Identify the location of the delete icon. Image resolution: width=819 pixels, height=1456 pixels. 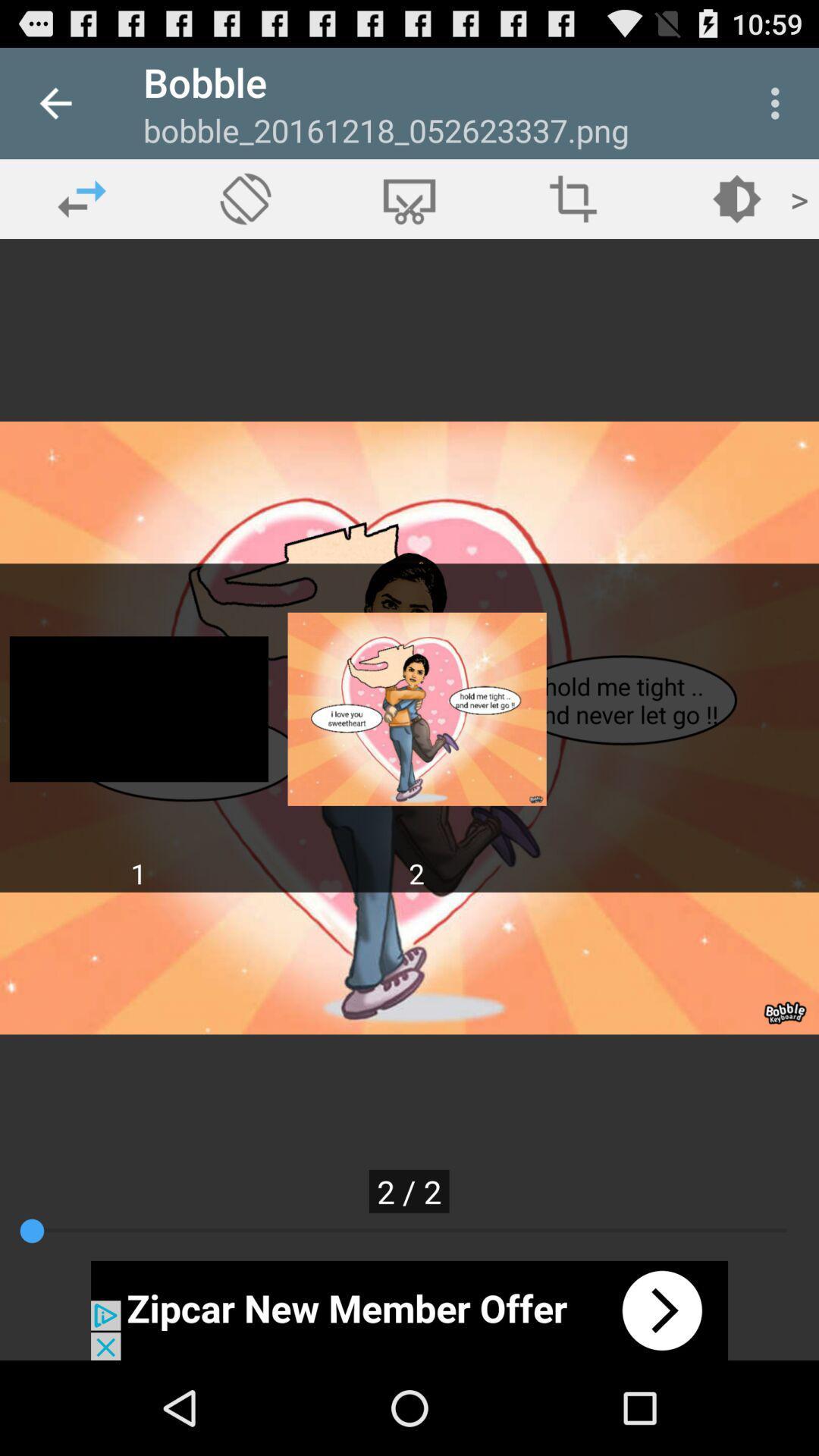
(409, 177).